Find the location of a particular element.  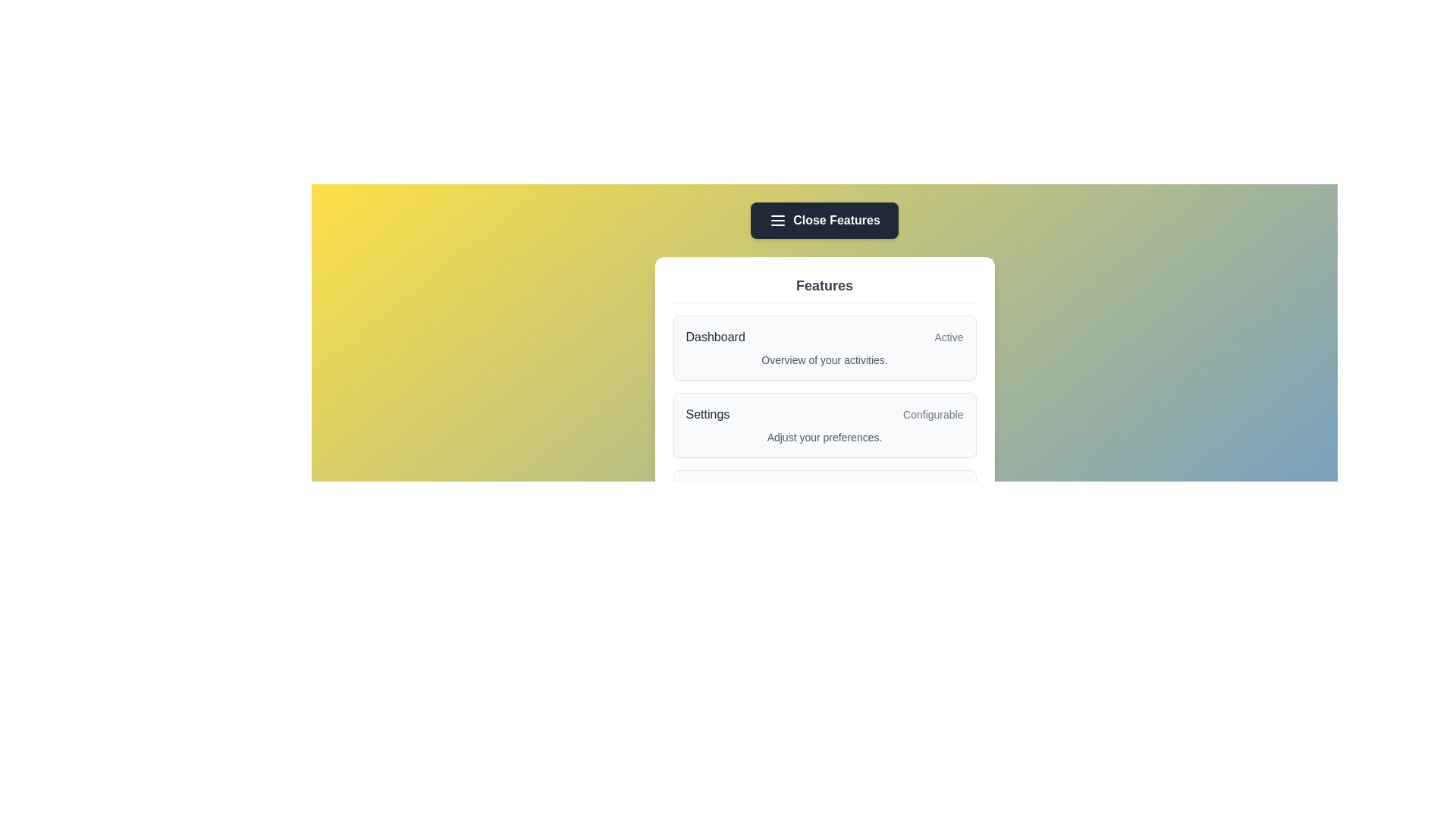

the content of the 'Settings' and 'Configurable' label located beneath the 'Features' section in the secondary part of the interface is located at coordinates (824, 415).